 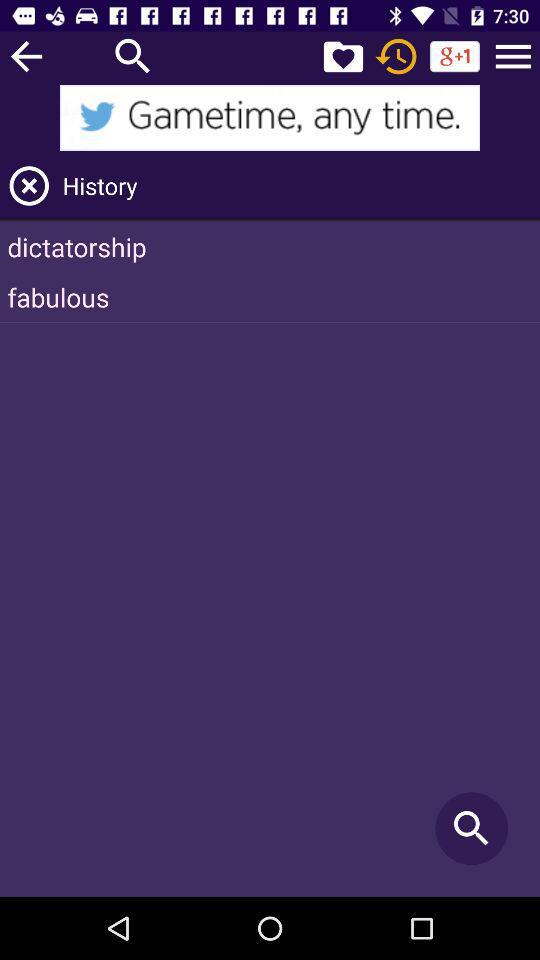 What do you see at coordinates (471, 828) in the screenshot?
I see `item at the bottom right corner` at bounding box center [471, 828].